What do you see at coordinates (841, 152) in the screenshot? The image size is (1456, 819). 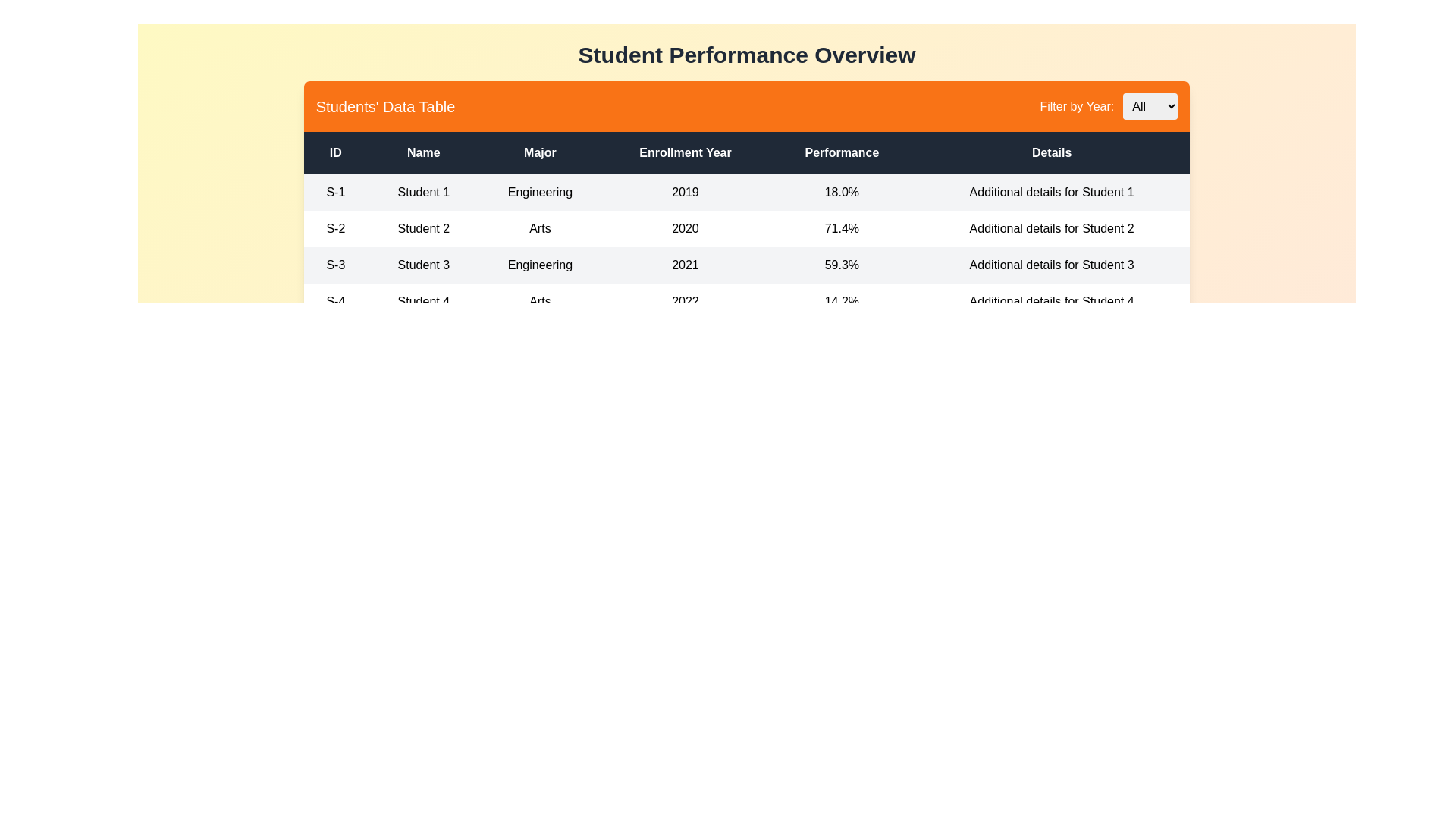 I see `the column header Performance to sort the table by that column` at bounding box center [841, 152].